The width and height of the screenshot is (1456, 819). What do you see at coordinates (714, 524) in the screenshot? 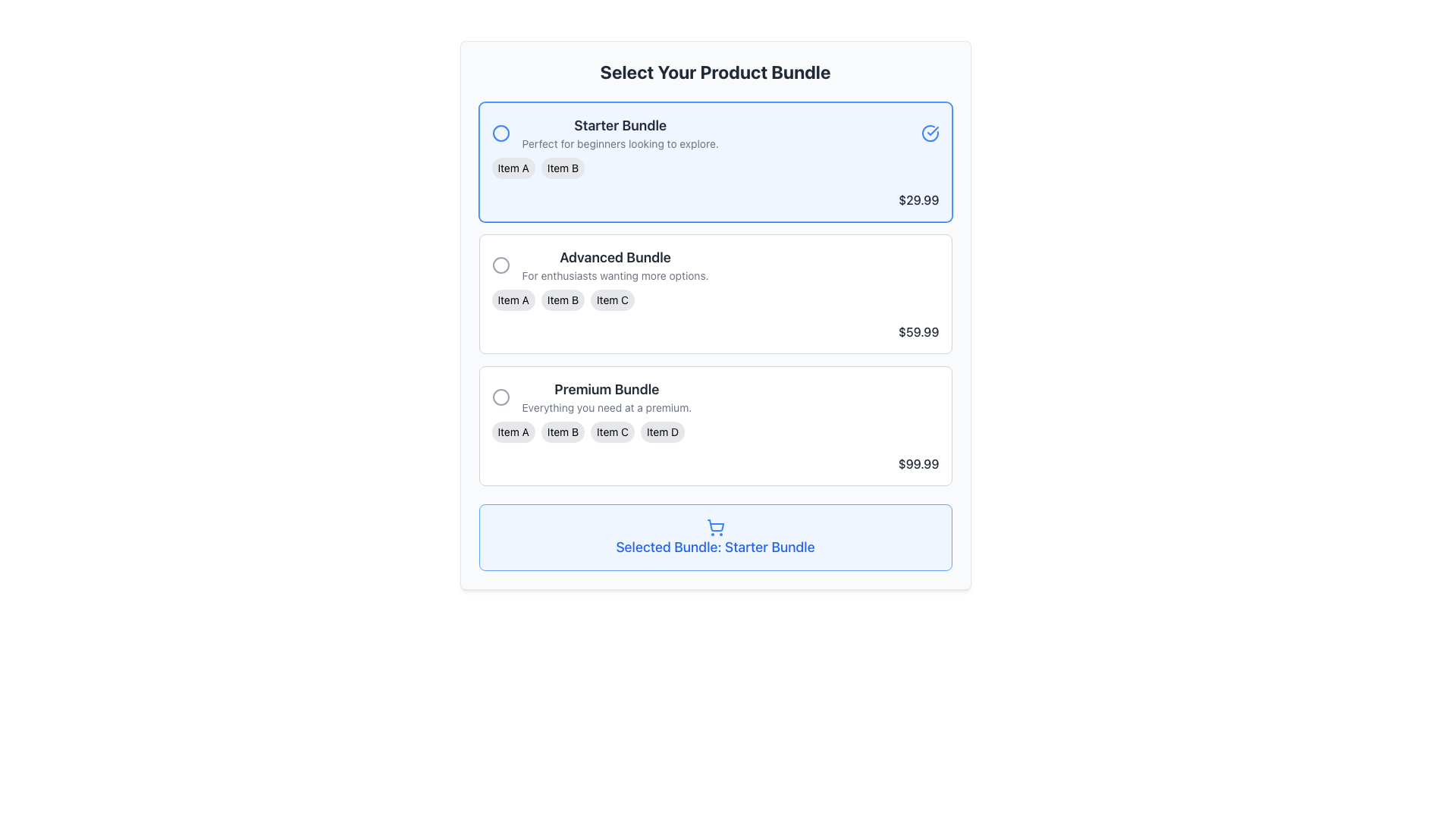
I see `the shopping cart icon component, which is part of the 'lucide-shopping-cart' design, located at the bottom of the interface within a blue box labeled 'Selected Bundle: Starter Bundle'` at bounding box center [714, 524].